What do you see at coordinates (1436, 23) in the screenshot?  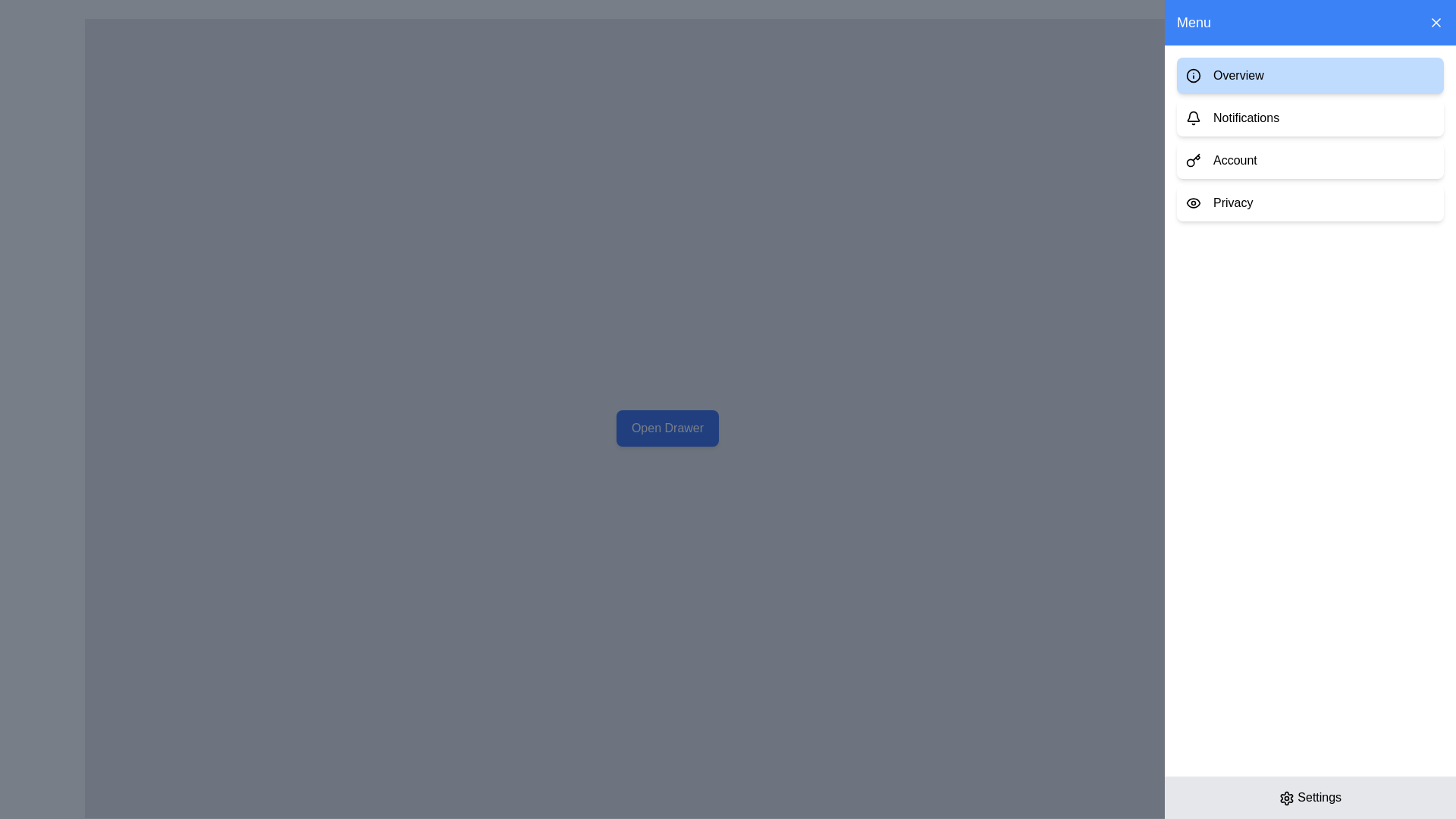 I see `the small square button with a white cross icon located on the top right corner of the blue menu bar labeled 'Menu' to change its styling` at bounding box center [1436, 23].